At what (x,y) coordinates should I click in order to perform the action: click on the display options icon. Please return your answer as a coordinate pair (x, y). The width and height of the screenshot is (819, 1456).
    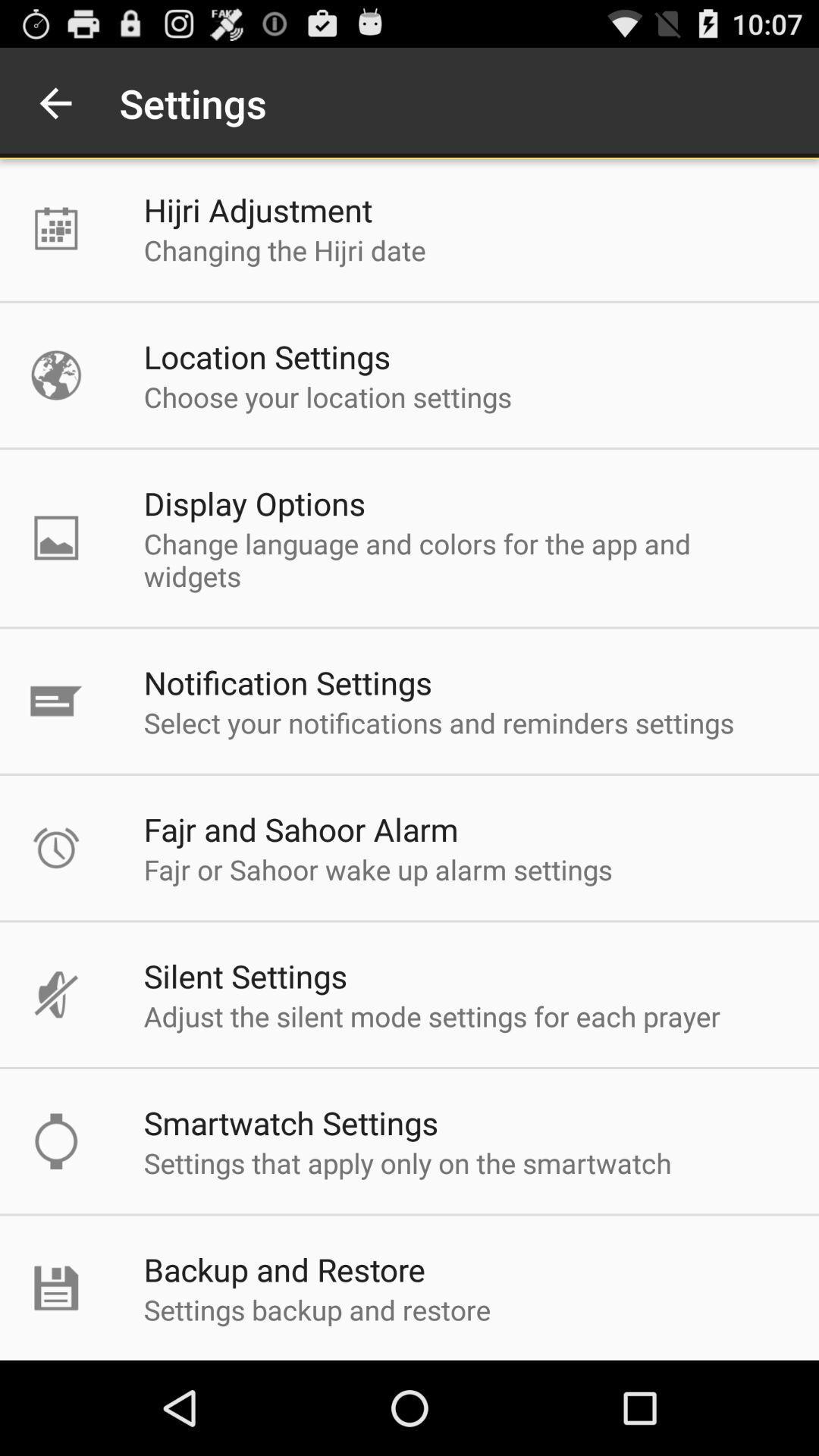
    Looking at the image, I should click on (253, 503).